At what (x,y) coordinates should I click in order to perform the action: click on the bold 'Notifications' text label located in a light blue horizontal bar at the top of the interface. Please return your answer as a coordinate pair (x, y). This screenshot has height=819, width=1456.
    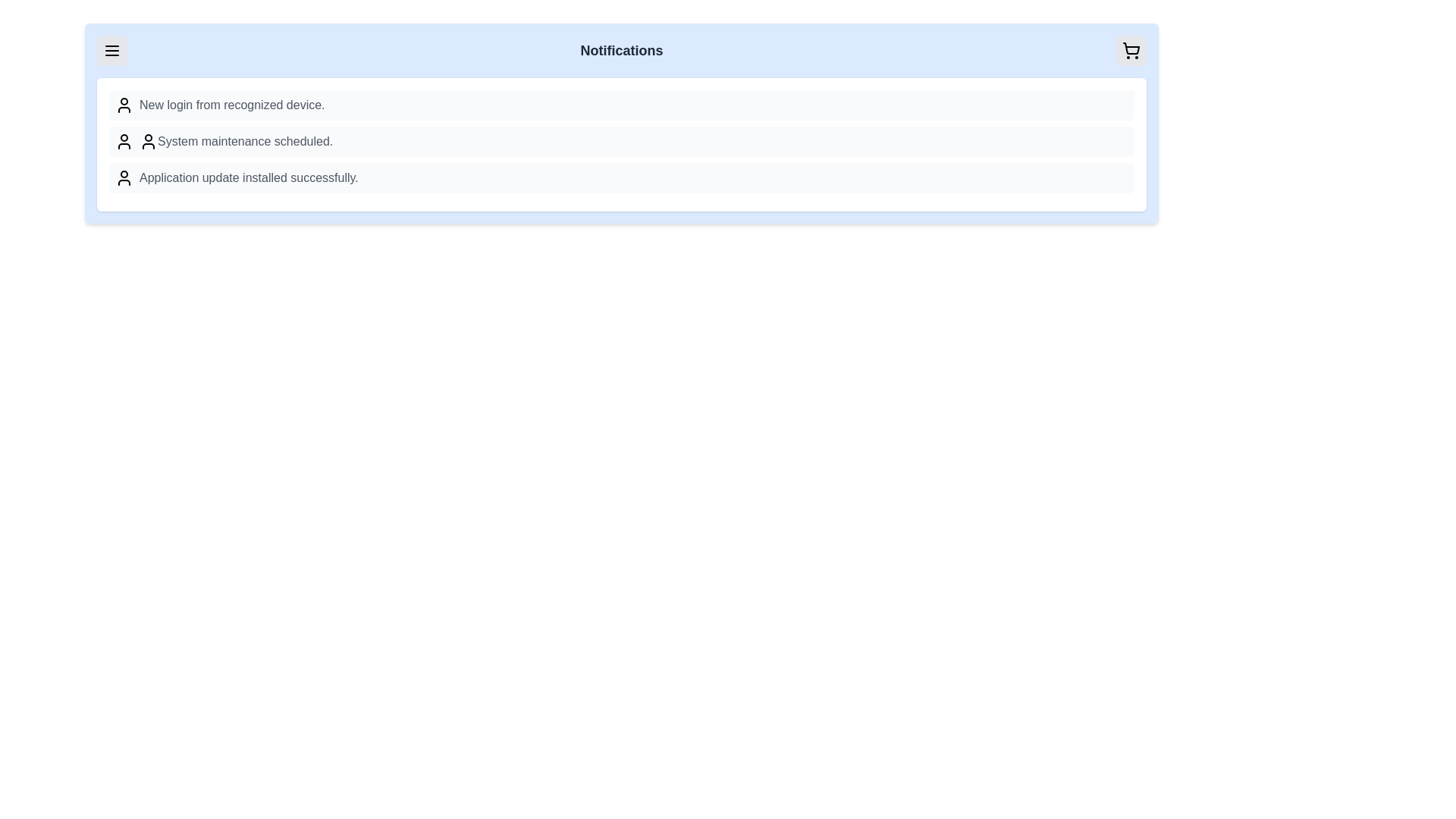
    Looking at the image, I should click on (622, 49).